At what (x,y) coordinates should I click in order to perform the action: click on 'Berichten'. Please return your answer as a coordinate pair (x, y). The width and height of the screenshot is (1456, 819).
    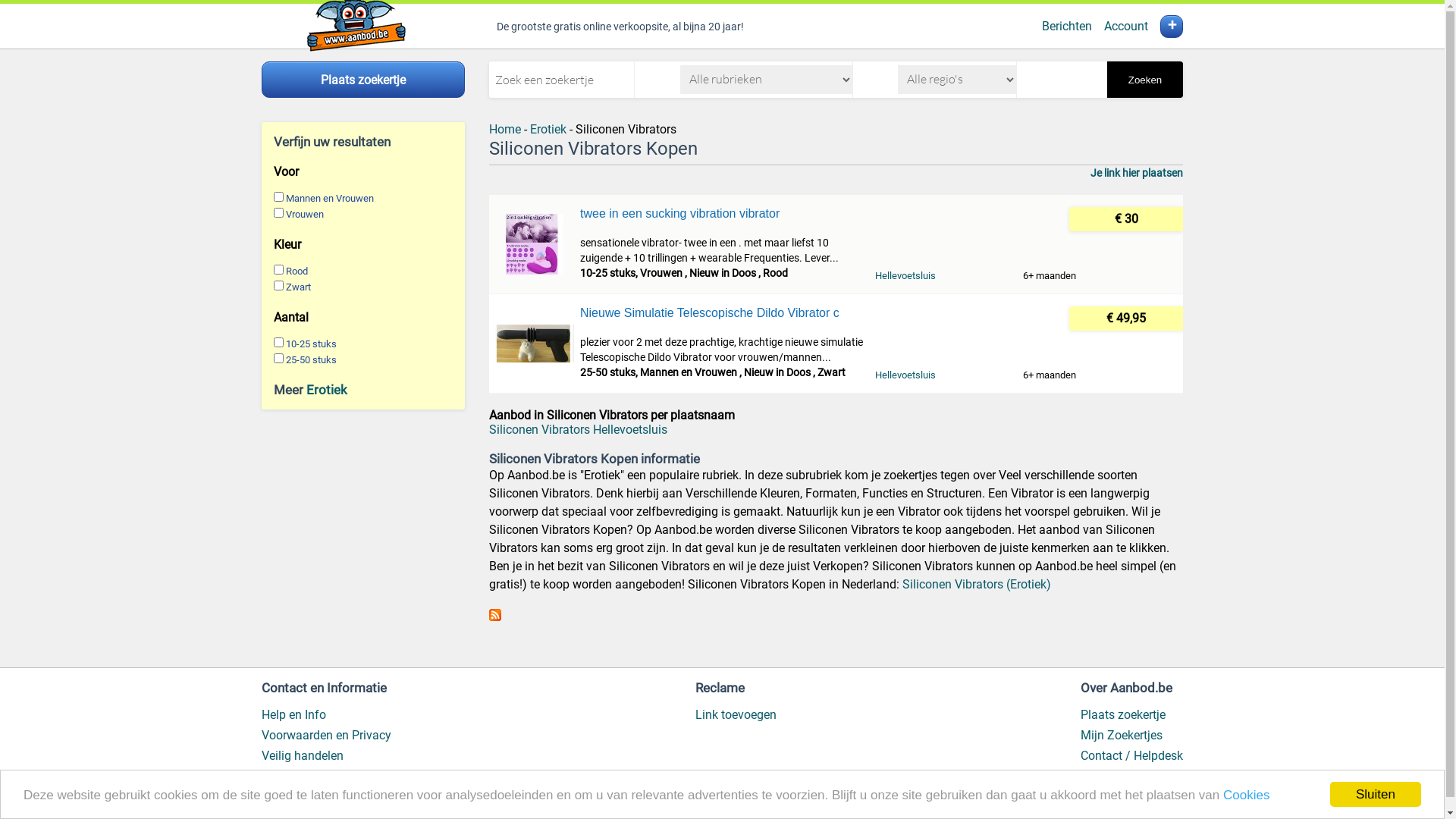
    Looking at the image, I should click on (1065, 26).